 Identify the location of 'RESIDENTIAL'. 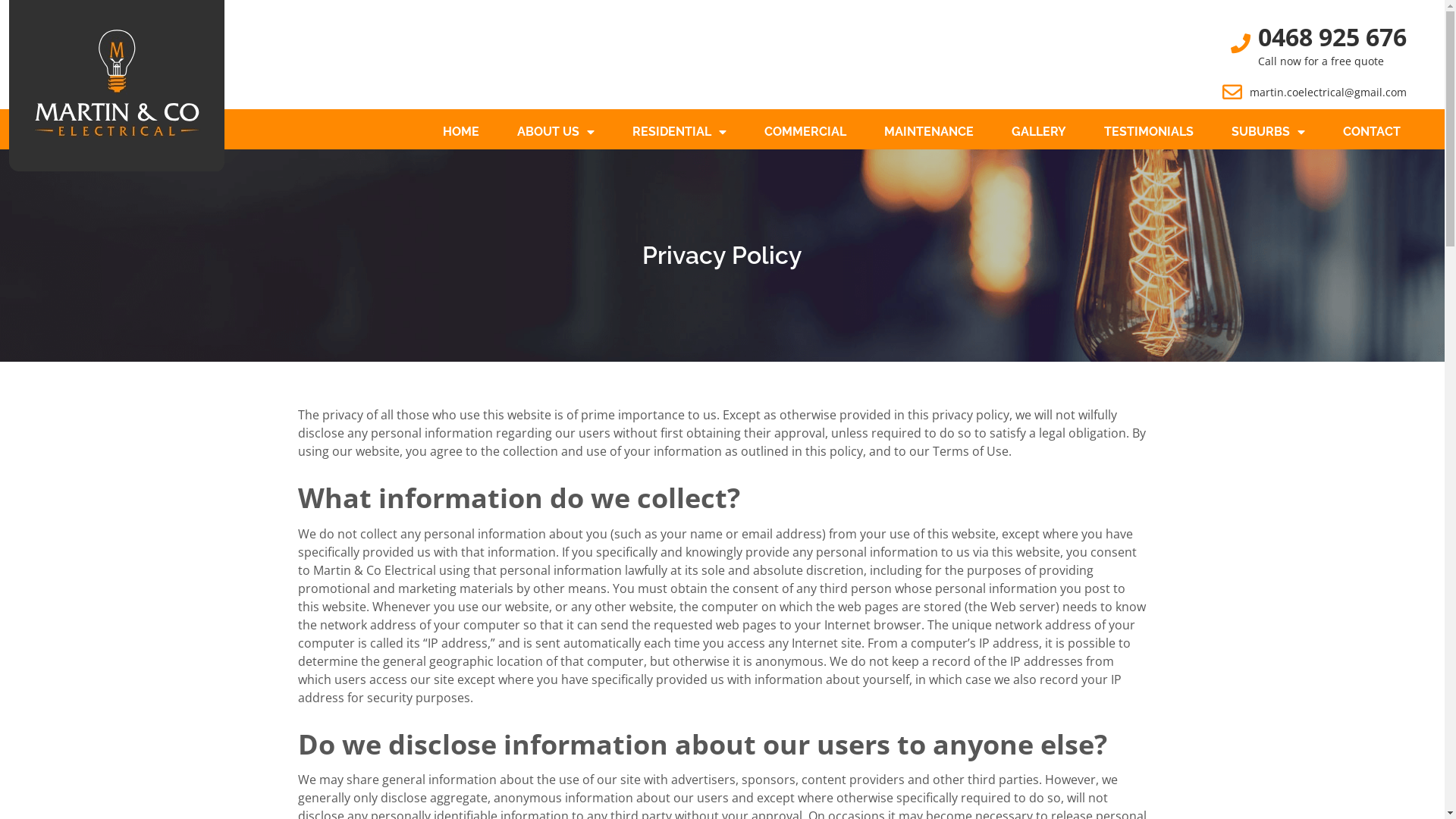
(679, 130).